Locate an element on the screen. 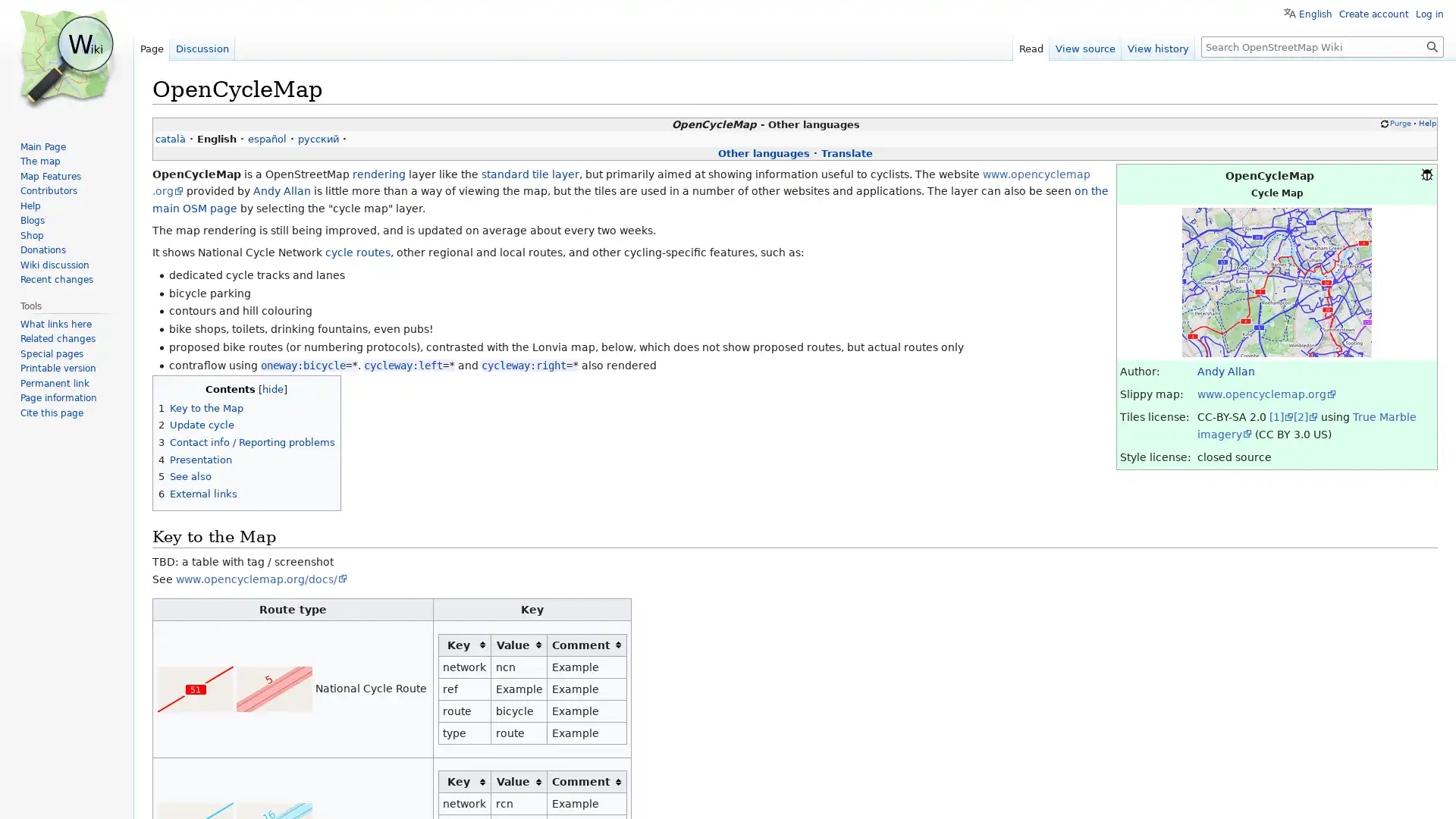 This screenshot has width=1456, height=819. Search is located at coordinates (1432, 45).